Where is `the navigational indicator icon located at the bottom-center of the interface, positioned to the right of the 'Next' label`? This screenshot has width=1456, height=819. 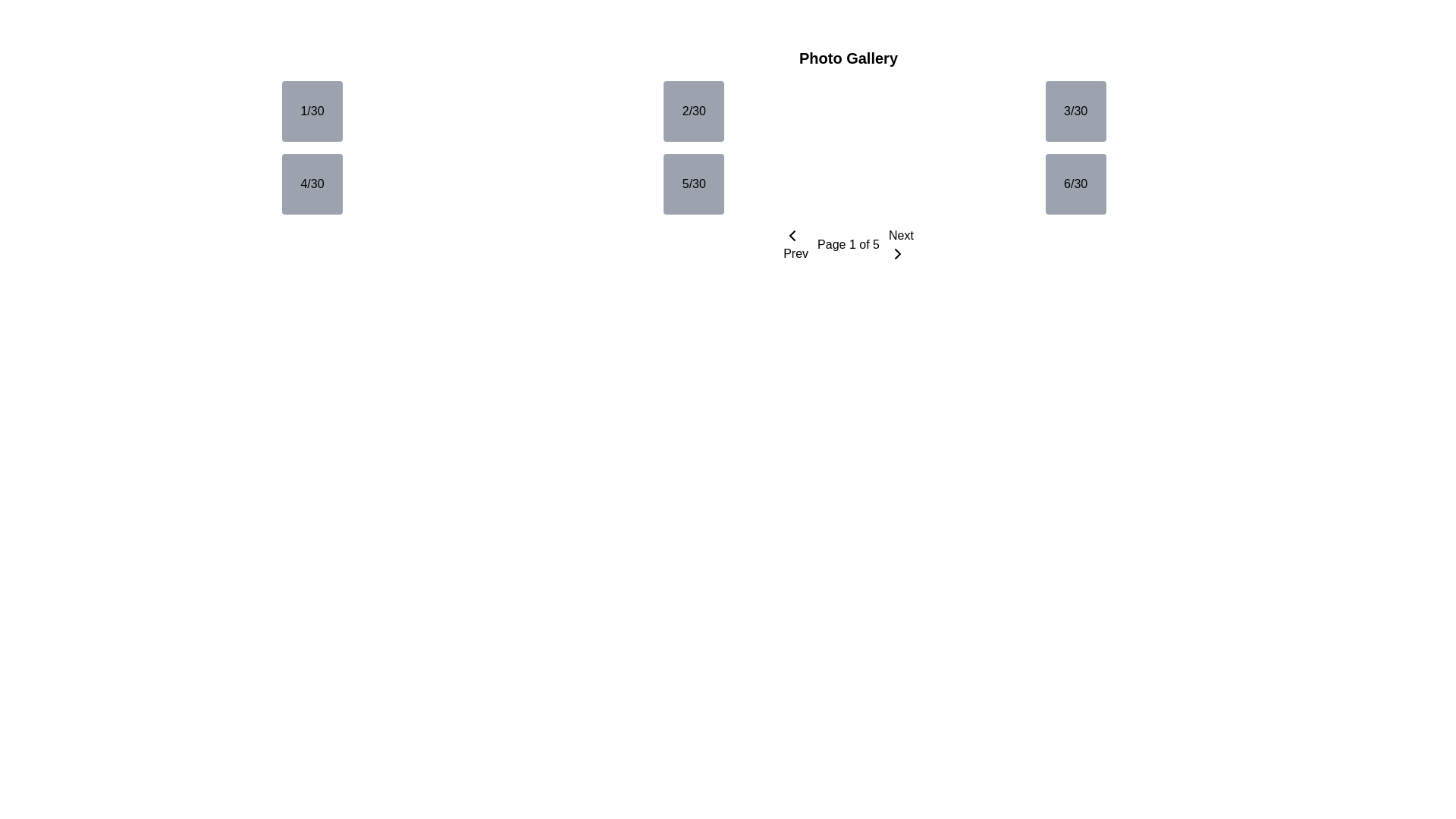
the navigational indicator icon located at the bottom-center of the interface, positioned to the right of the 'Next' label is located at coordinates (897, 253).